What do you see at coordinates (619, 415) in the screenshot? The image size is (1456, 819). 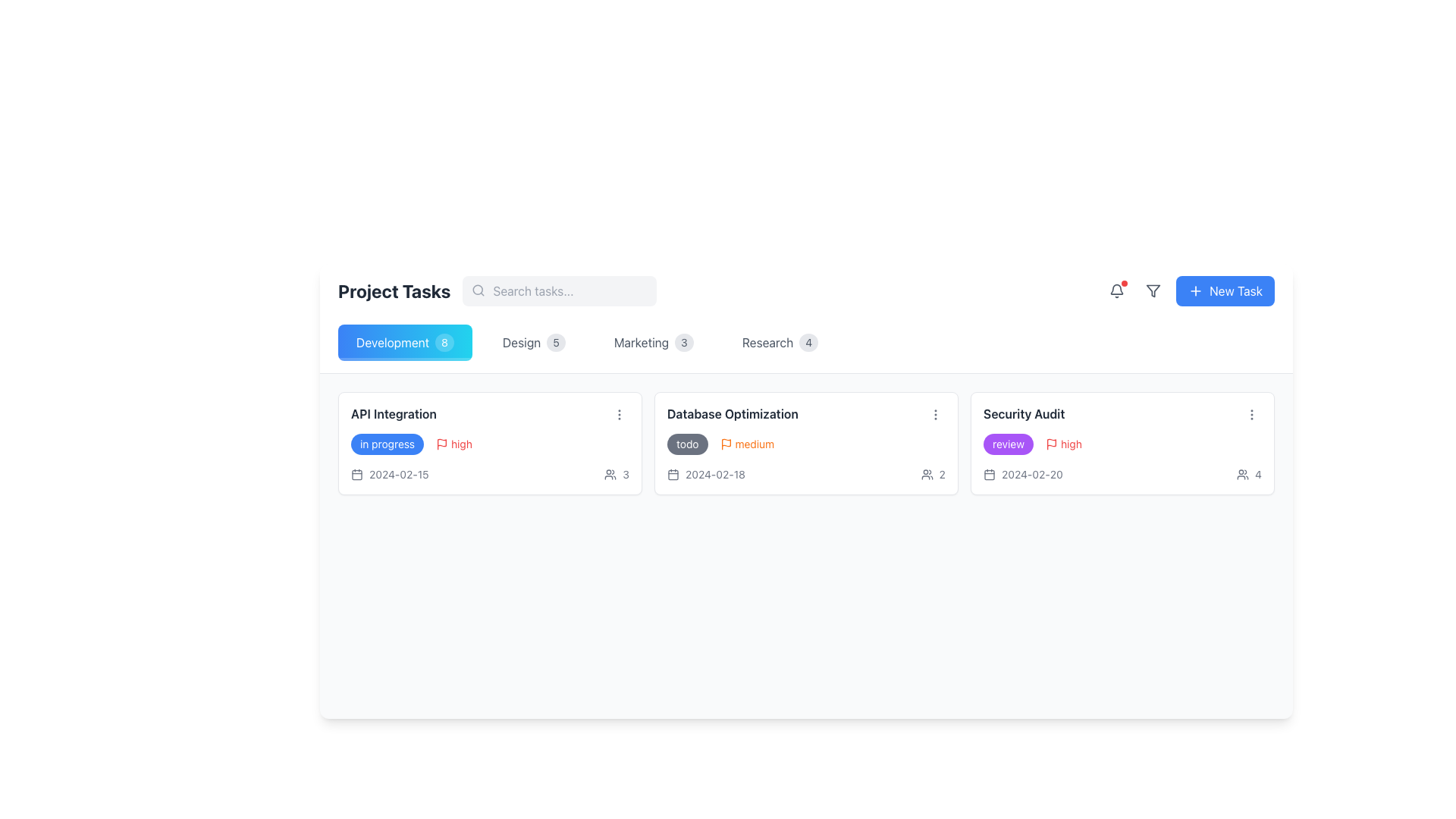 I see `the vertically-aligned ellipsis icon, which consists of three circular dots arranged vertically and is located in the upper-right corner of the 'Database Optimization' card` at bounding box center [619, 415].